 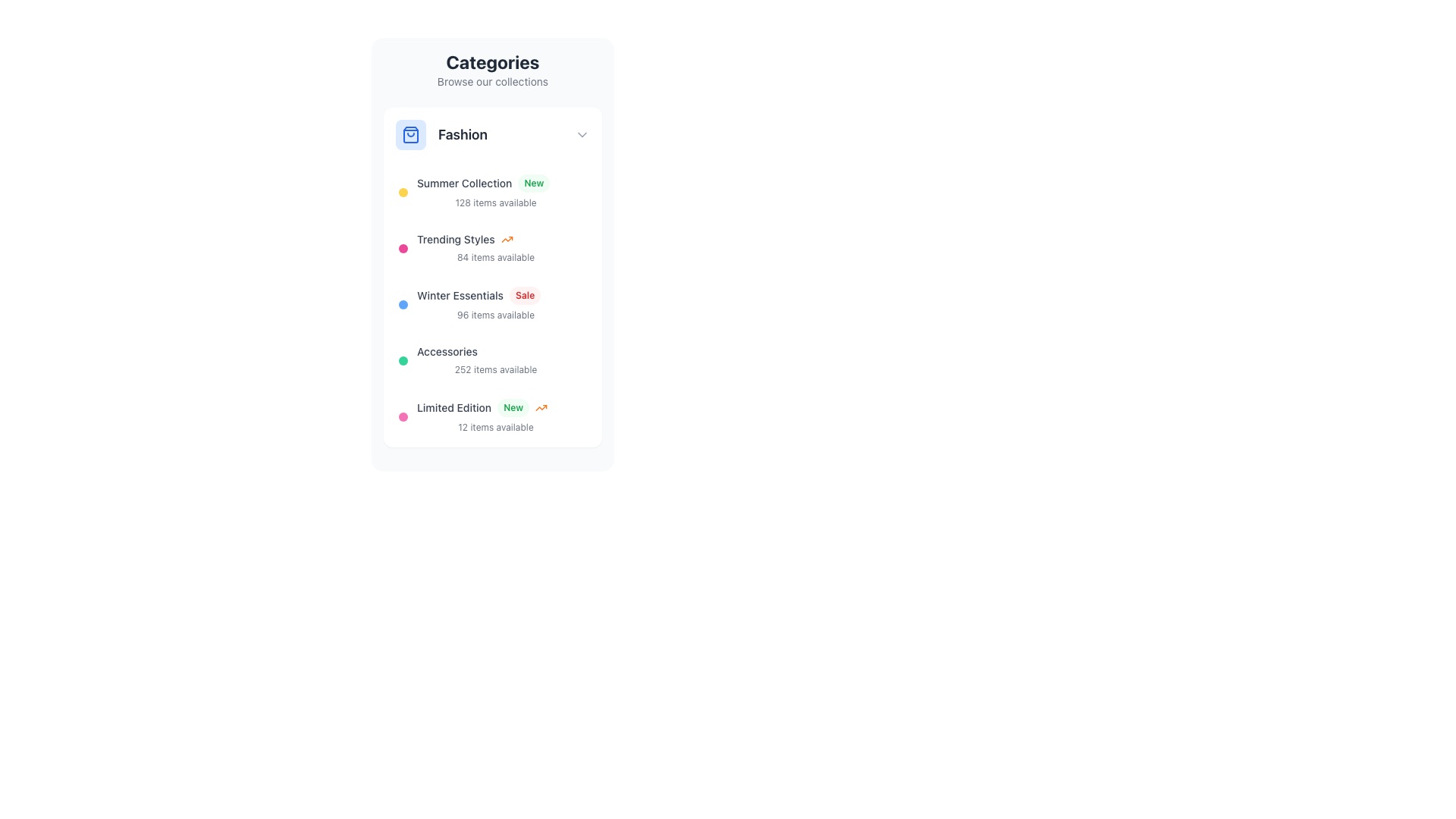 I want to click on the upward-sloping line chart icon representing 'Trending Styles' located to the right of its label in the 'Fashion' category list, so click(x=507, y=239).